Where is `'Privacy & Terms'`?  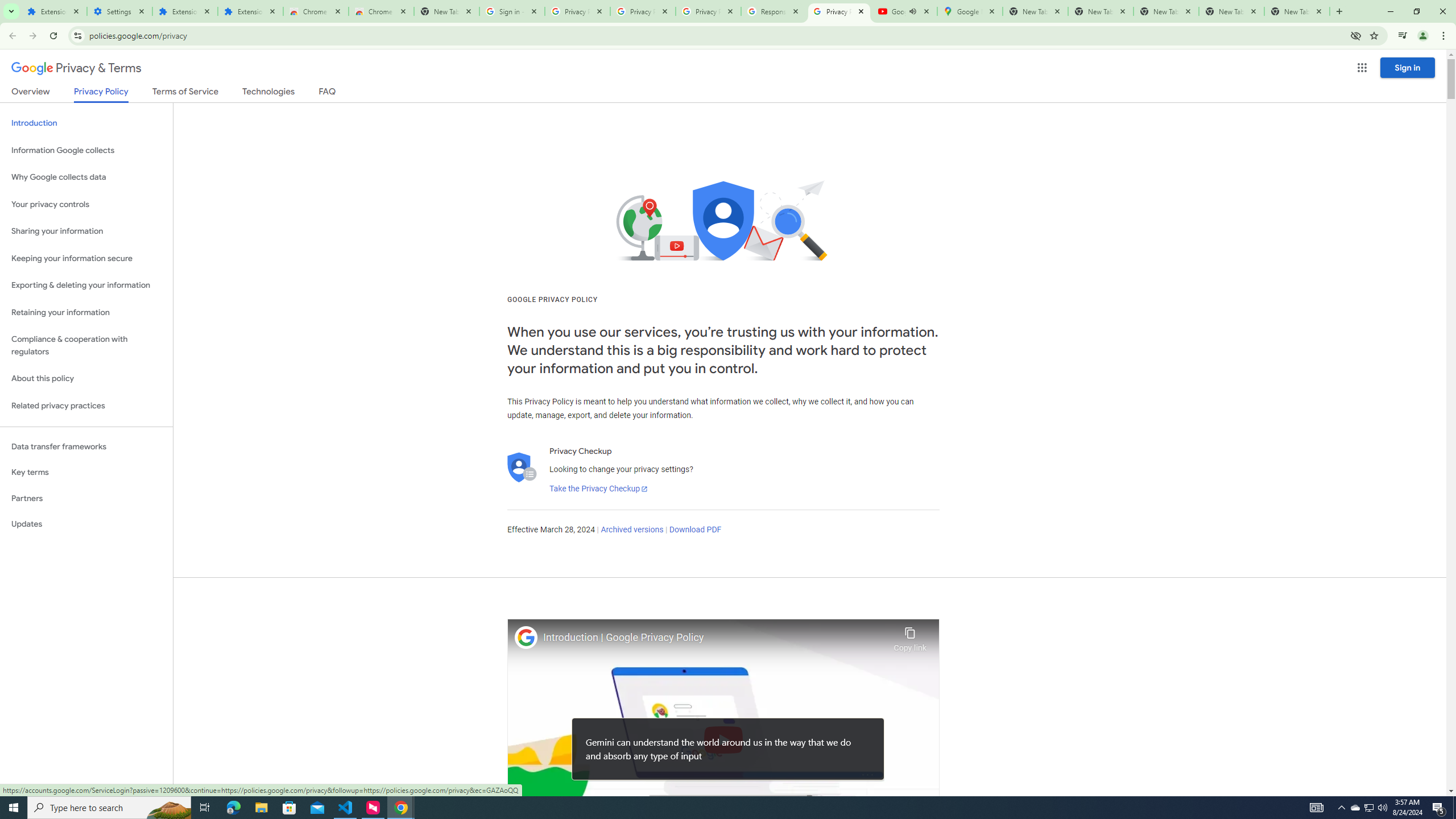
'Privacy & Terms' is located at coordinates (76, 68).